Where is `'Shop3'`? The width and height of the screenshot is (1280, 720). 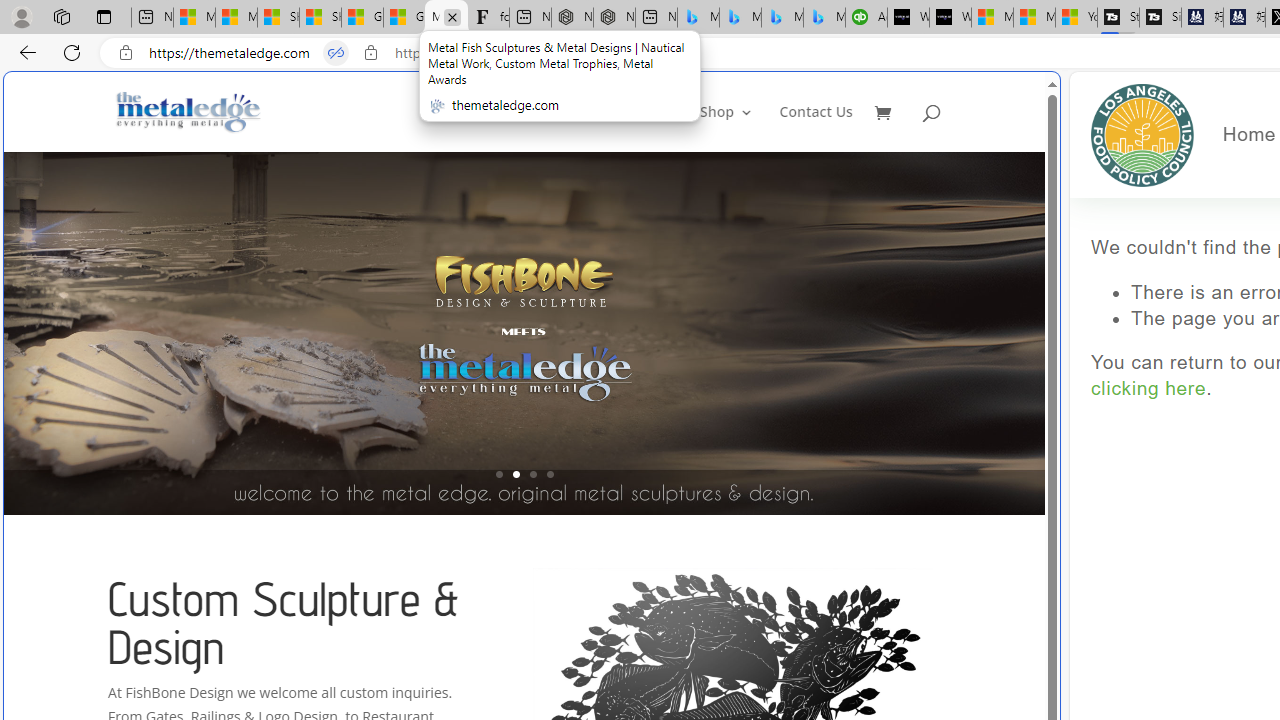 'Shop3' is located at coordinates (736, 128).